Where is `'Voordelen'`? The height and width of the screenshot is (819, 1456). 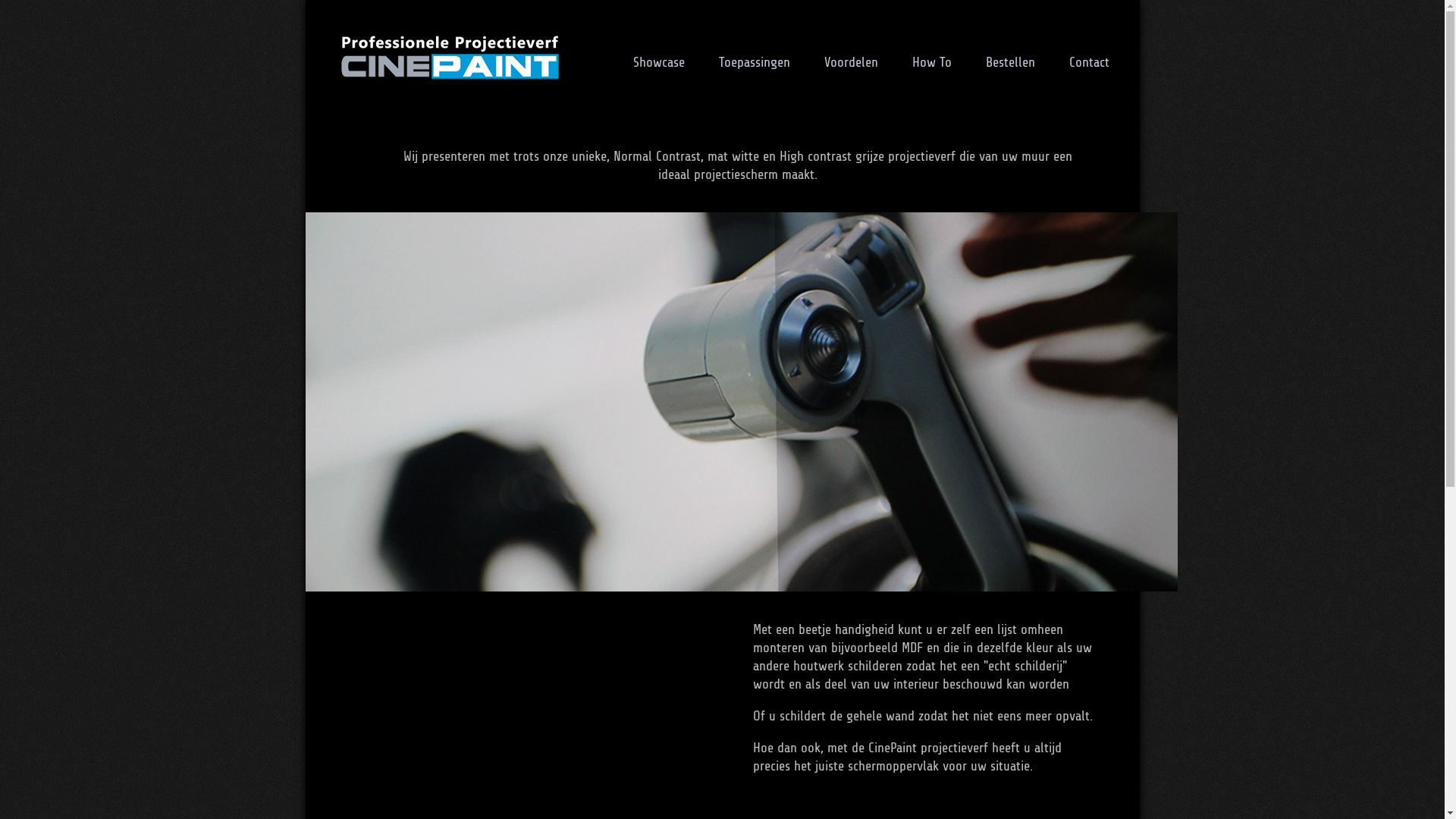 'Voordelen' is located at coordinates (850, 61).